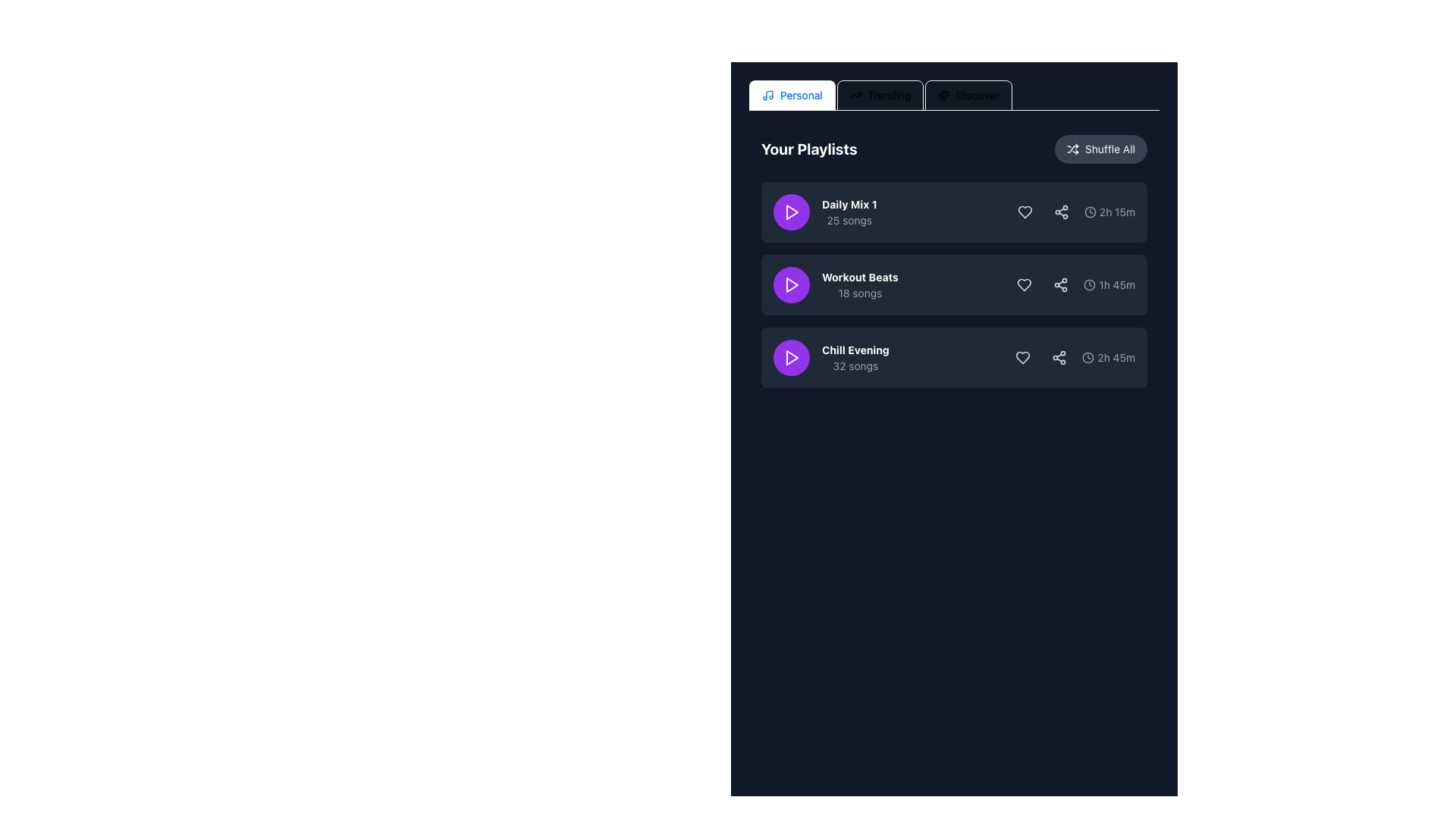 This screenshot has width=1456, height=819. Describe the element at coordinates (968, 96) in the screenshot. I see `the 'Discover' tab in the top navigation bar` at that location.